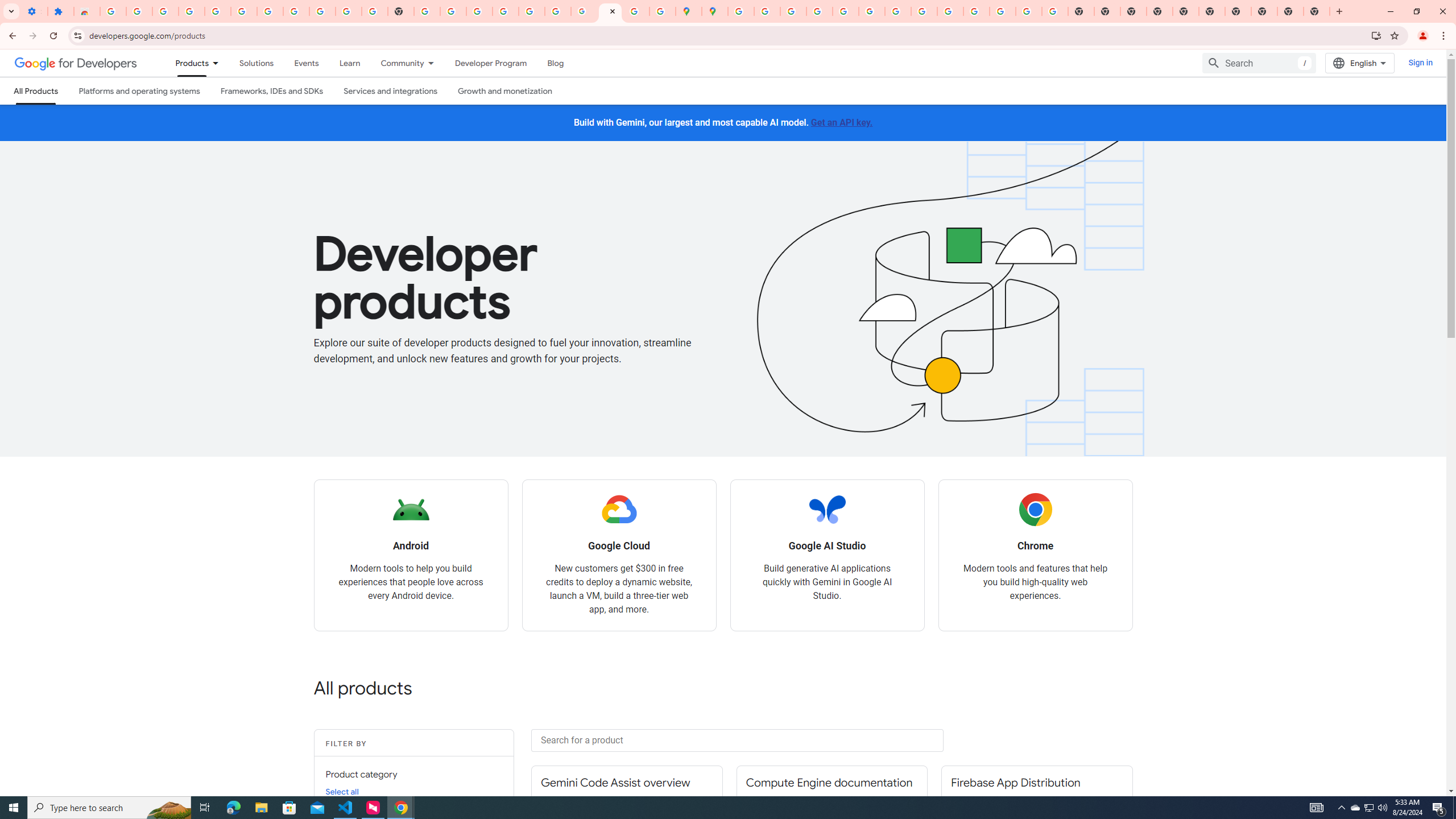 This screenshot has width=1456, height=819. What do you see at coordinates (186, 63) in the screenshot?
I see `'Products, selected'` at bounding box center [186, 63].